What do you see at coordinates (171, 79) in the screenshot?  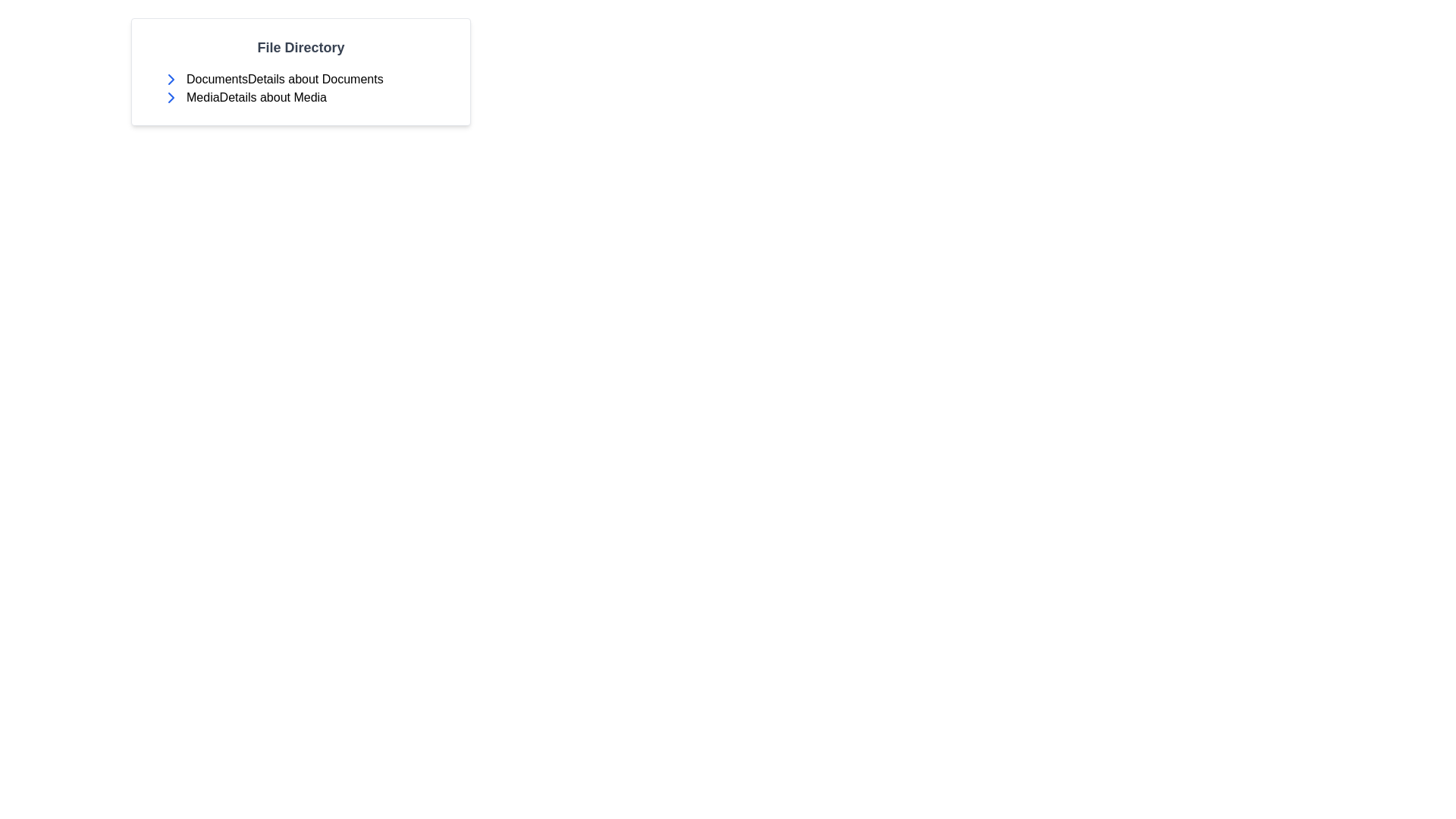 I see `the blue, right-facing chevron icon adjacent to the text 'DocumentsDetails about Documents' in the 'File Directory' section as a visual indicator` at bounding box center [171, 79].